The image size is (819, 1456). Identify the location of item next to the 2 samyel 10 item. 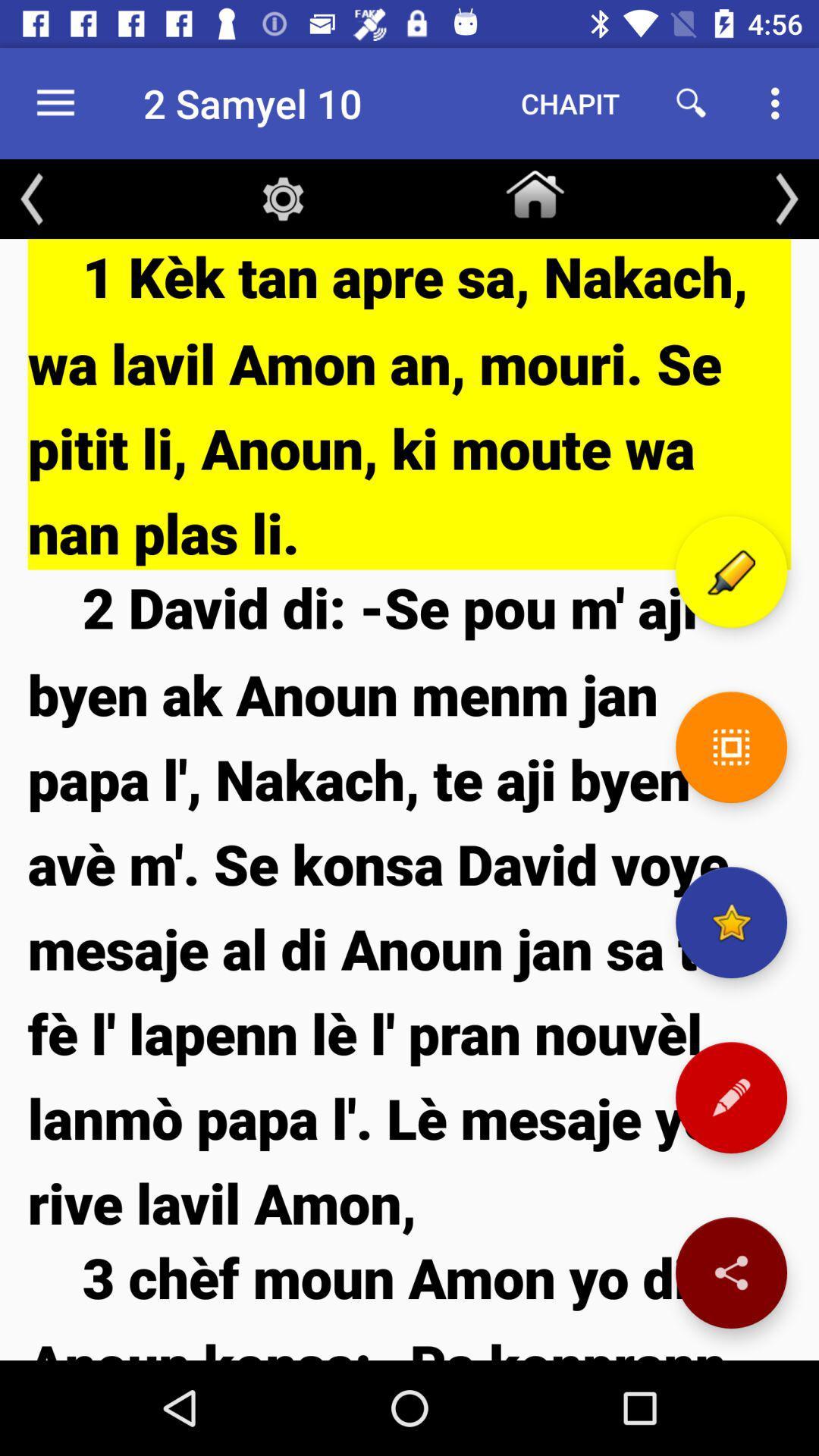
(570, 102).